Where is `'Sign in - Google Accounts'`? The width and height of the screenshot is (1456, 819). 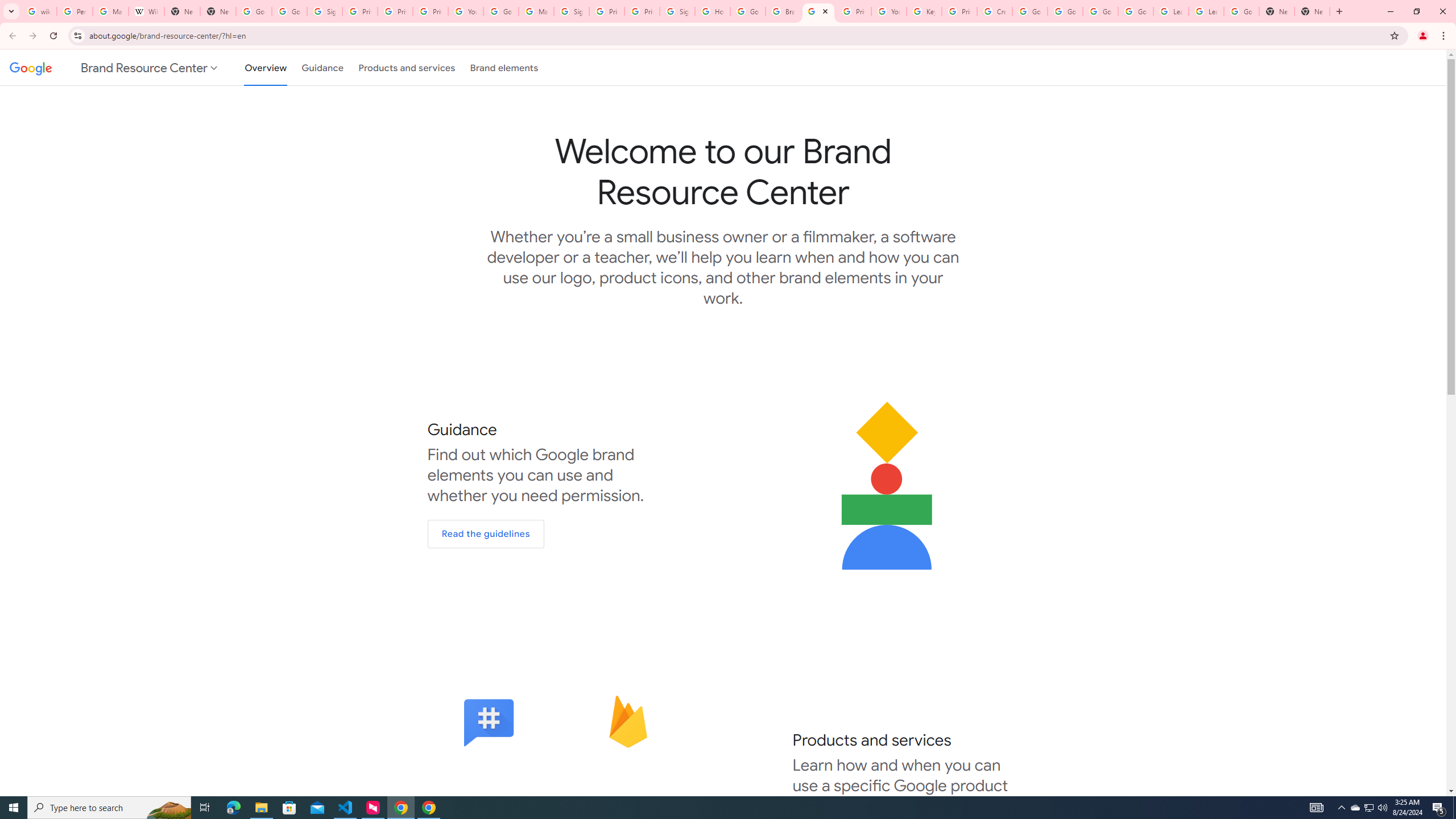
'Sign in - Google Accounts' is located at coordinates (570, 11).